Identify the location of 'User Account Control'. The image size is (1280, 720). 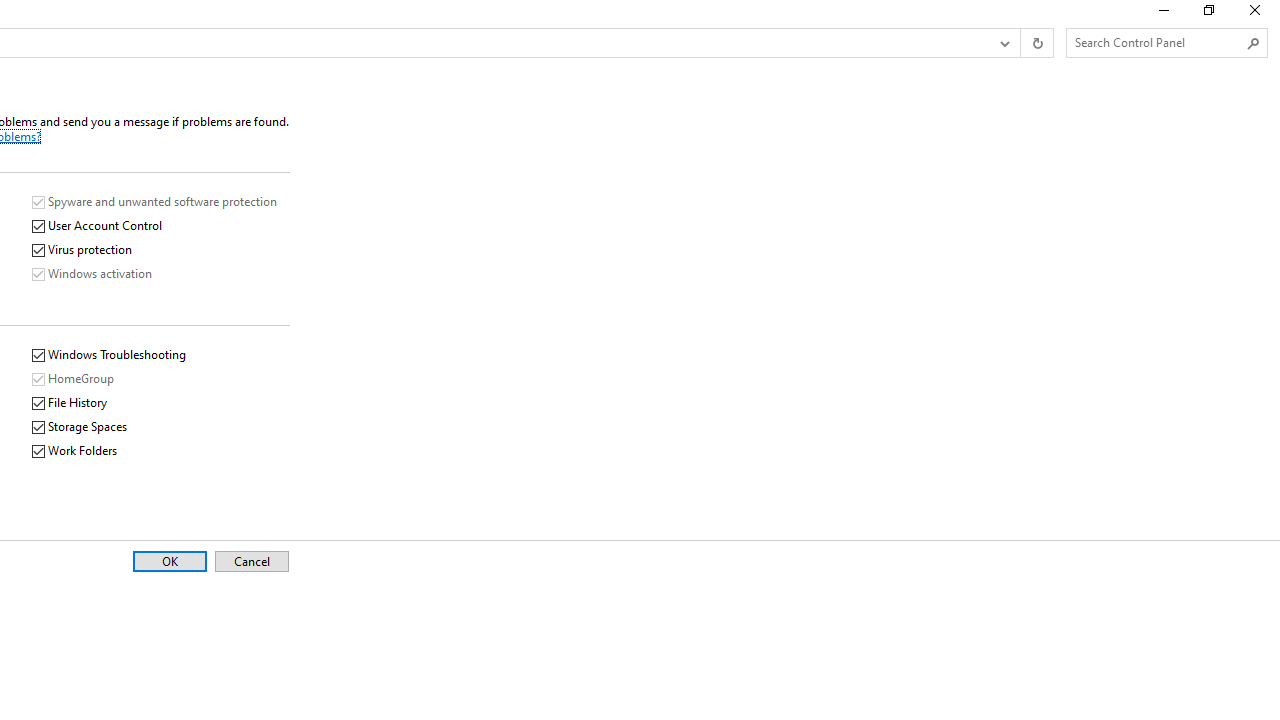
(96, 225).